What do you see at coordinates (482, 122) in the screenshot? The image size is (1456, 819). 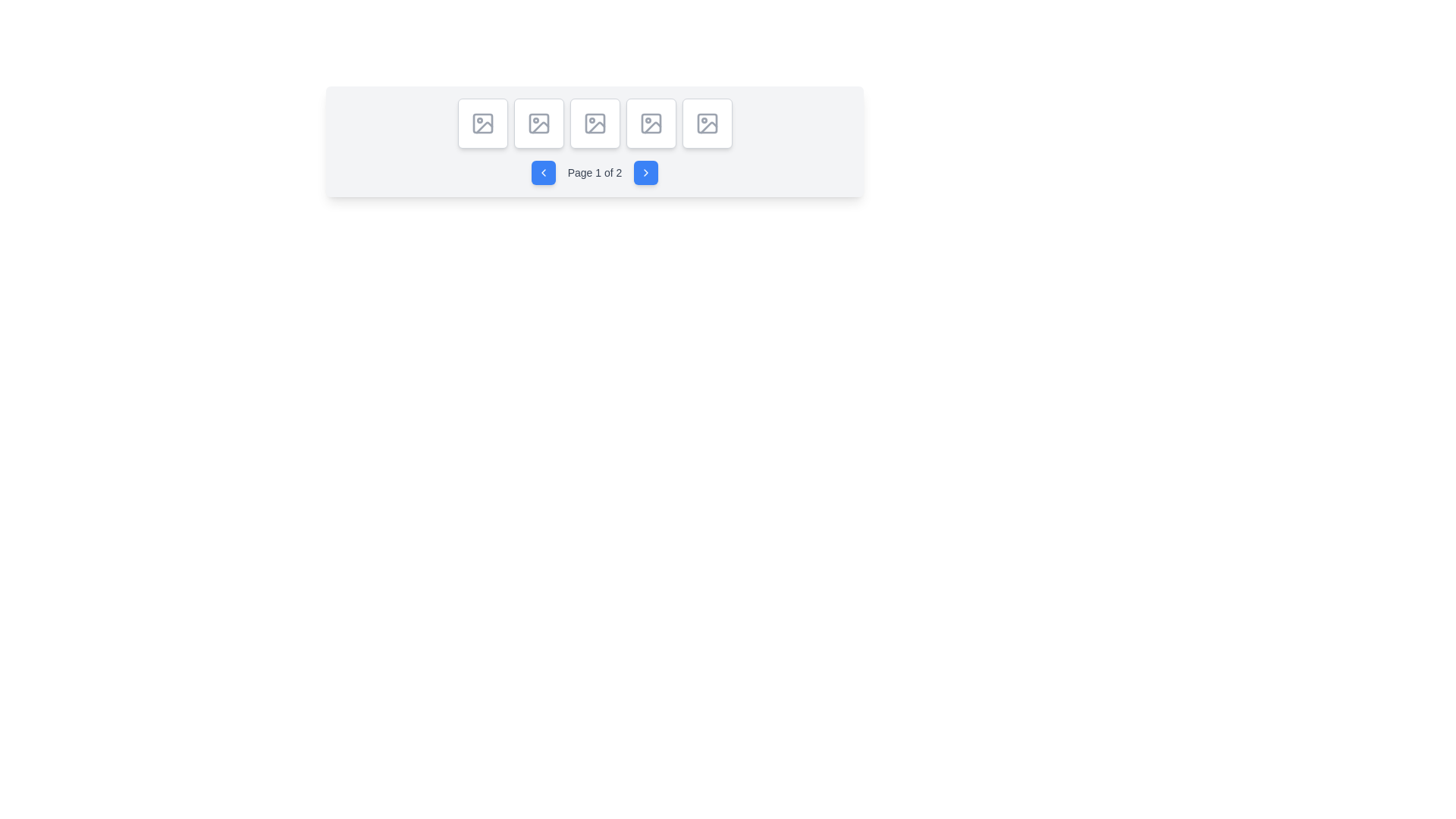 I see `the first icon in a row of five similar icons located in the central portion of the interface` at bounding box center [482, 122].